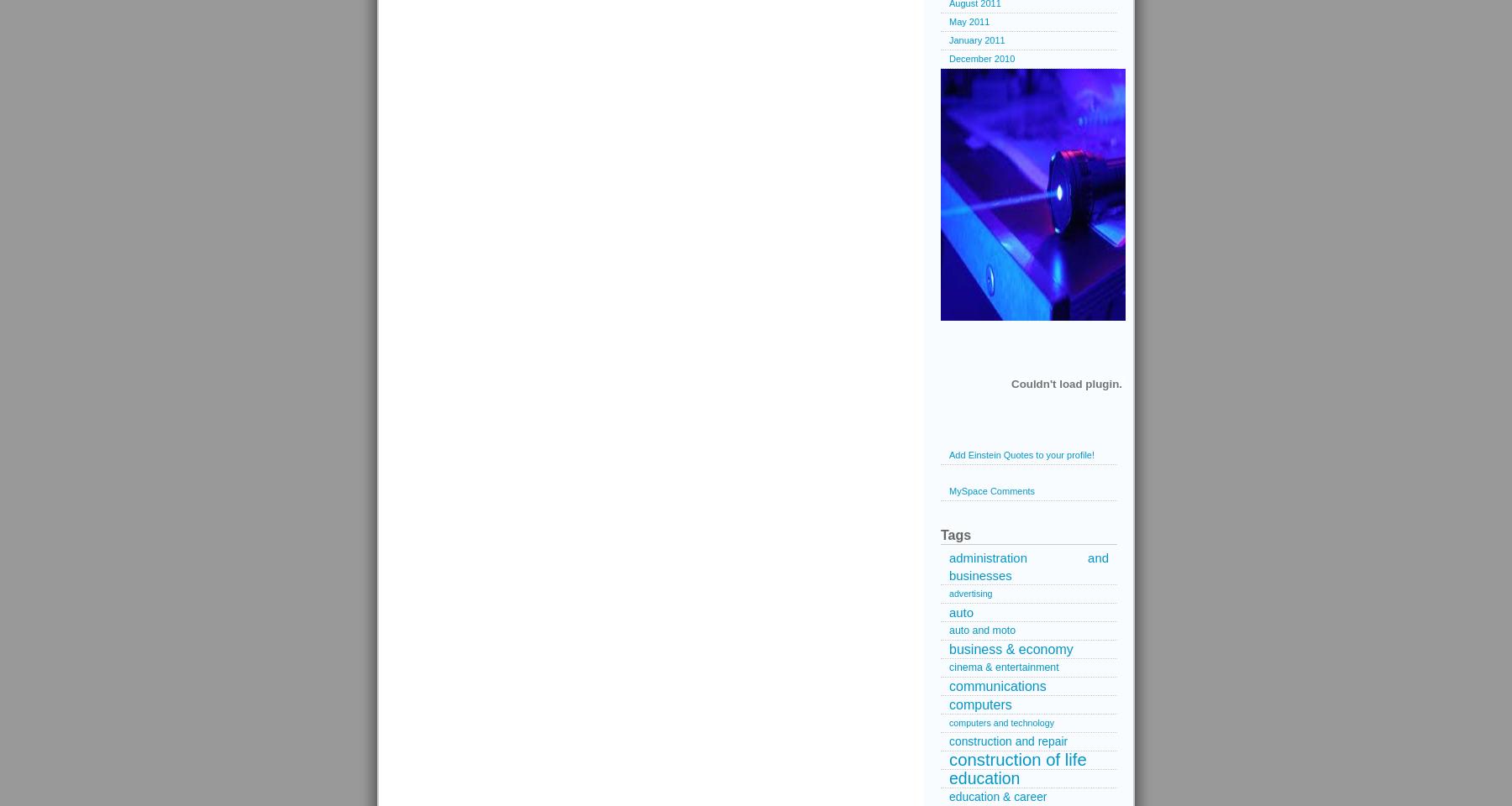  I want to click on 'December 2010', so click(948, 58).